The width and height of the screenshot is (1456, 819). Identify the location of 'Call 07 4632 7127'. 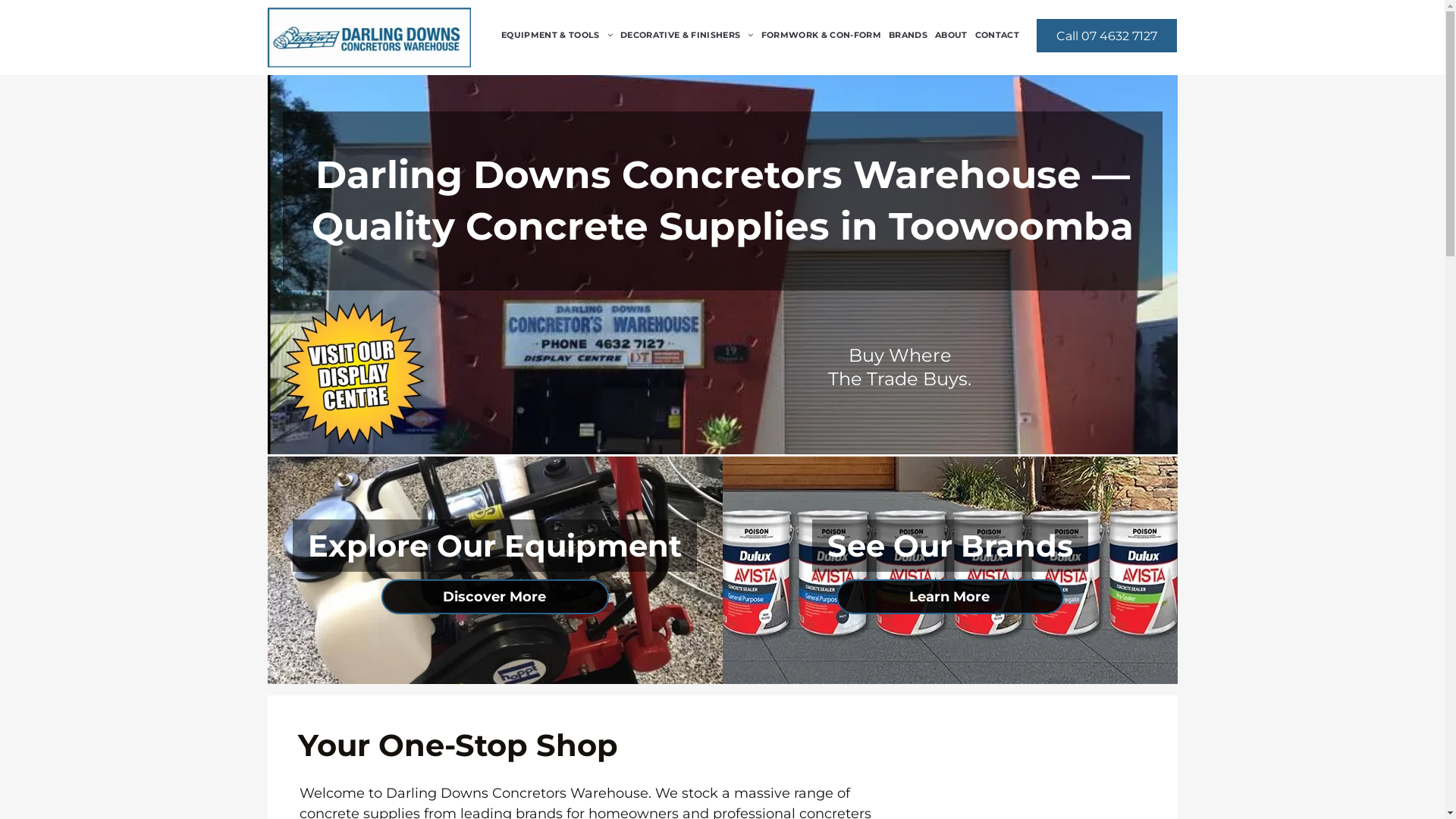
(1106, 34).